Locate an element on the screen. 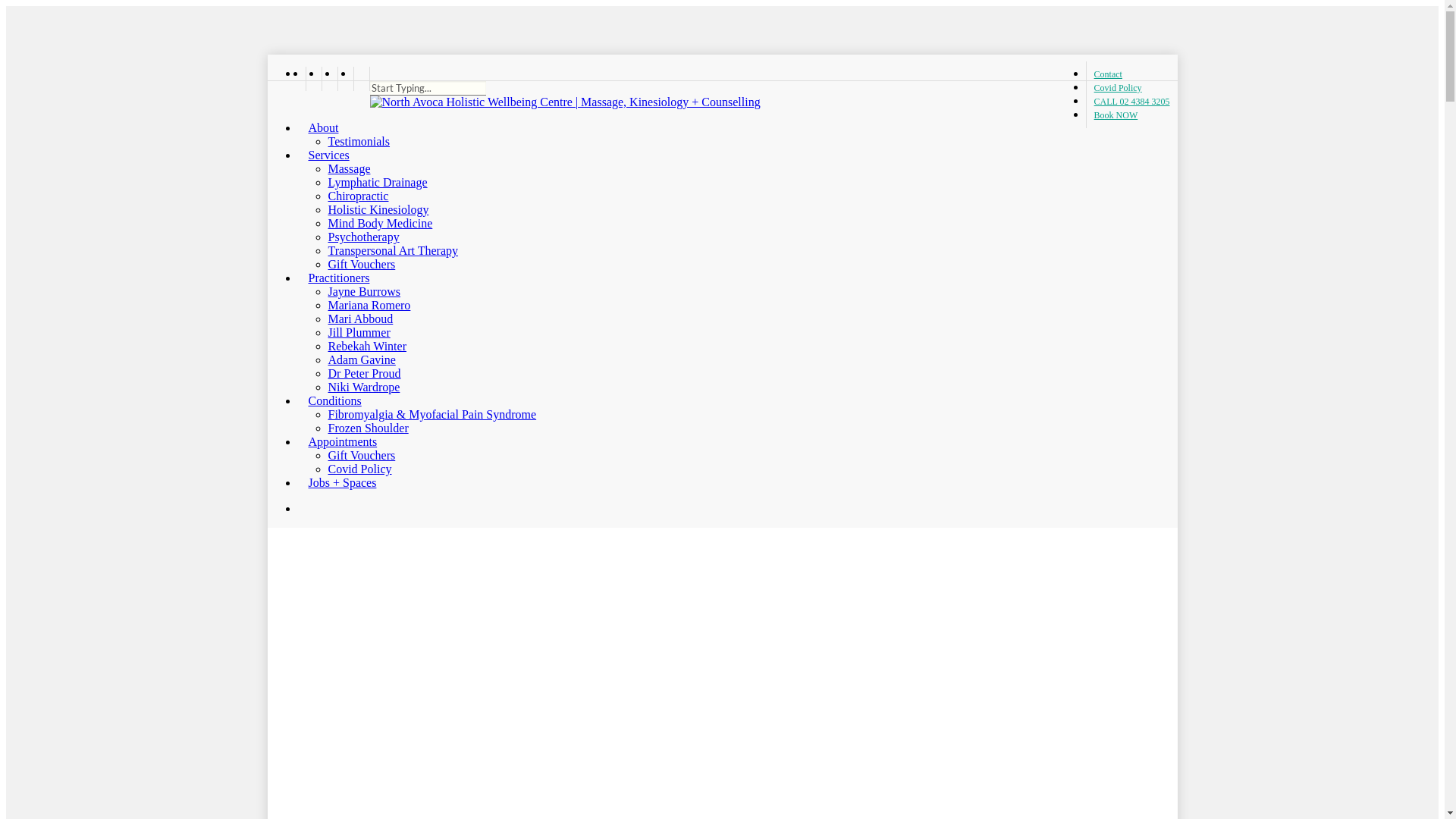  'Mari Abboud' is located at coordinates (359, 318).